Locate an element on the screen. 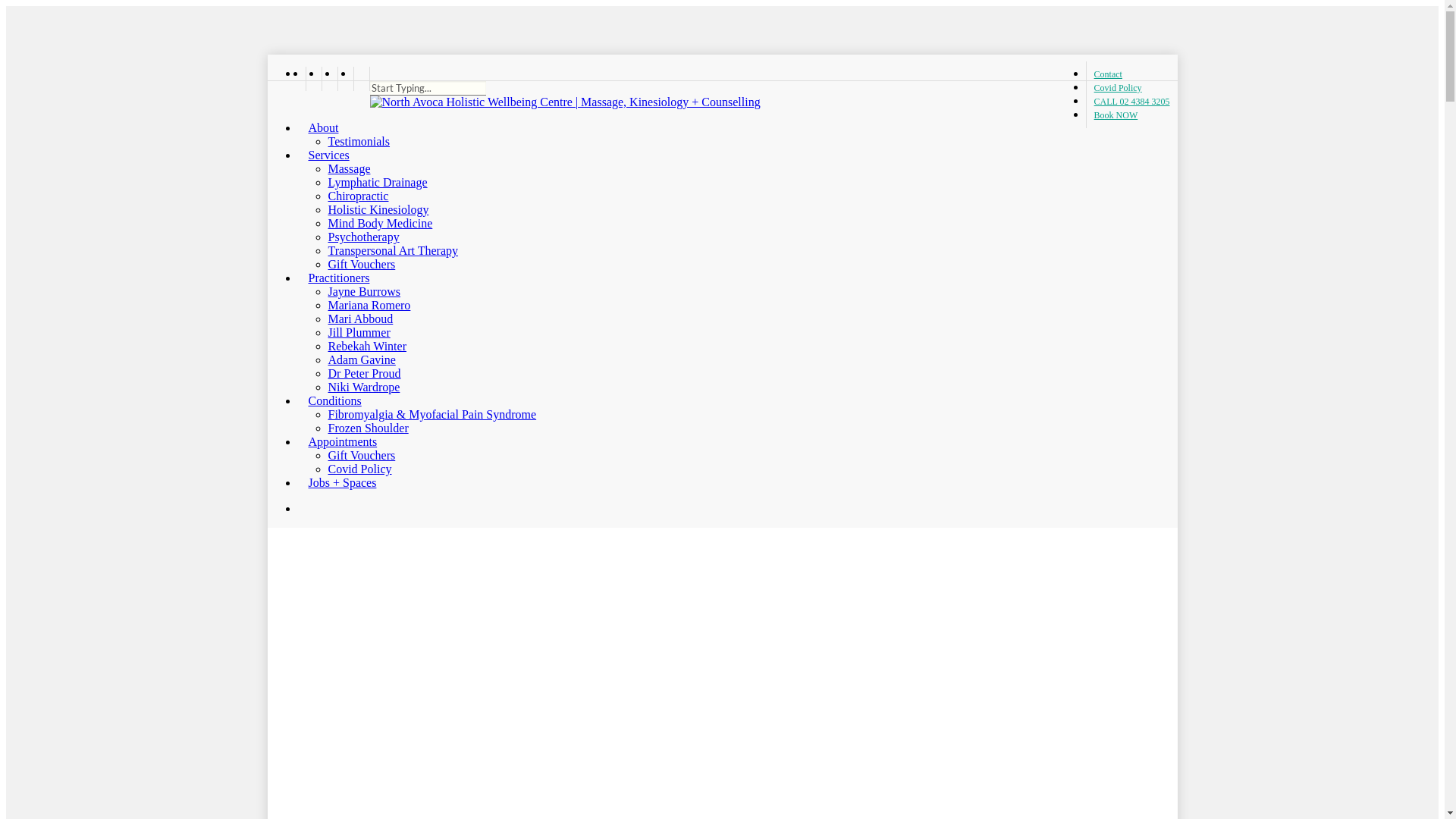  'Mari Abboud' is located at coordinates (359, 318).